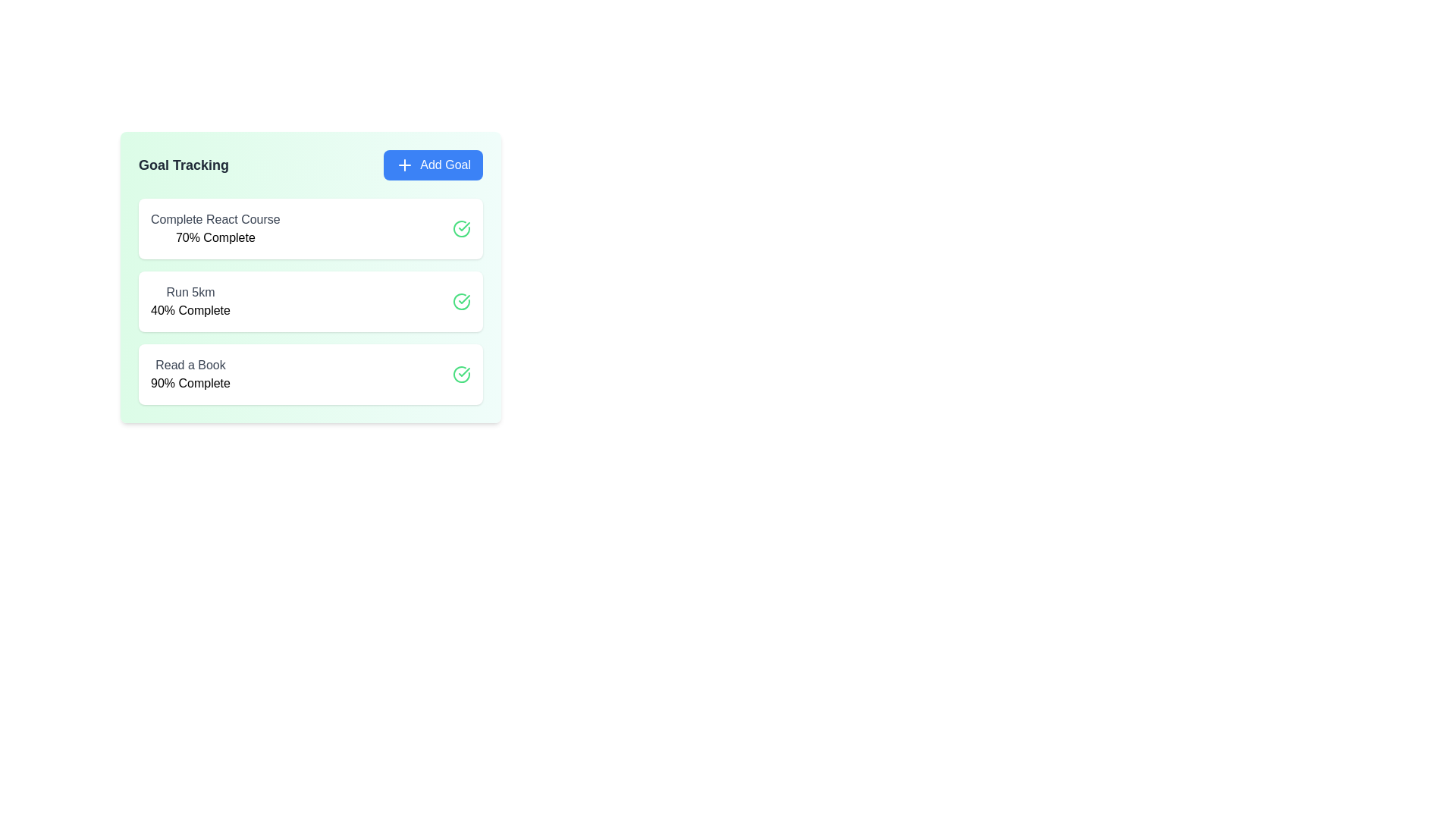 This screenshot has height=819, width=1456. What do you see at coordinates (463, 227) in the screenshot?
I see `the checkmark icon indicating the completion status of the task, located on the right side of the second item's card in a vertical list of task cards` at bounding box center [463, 227].